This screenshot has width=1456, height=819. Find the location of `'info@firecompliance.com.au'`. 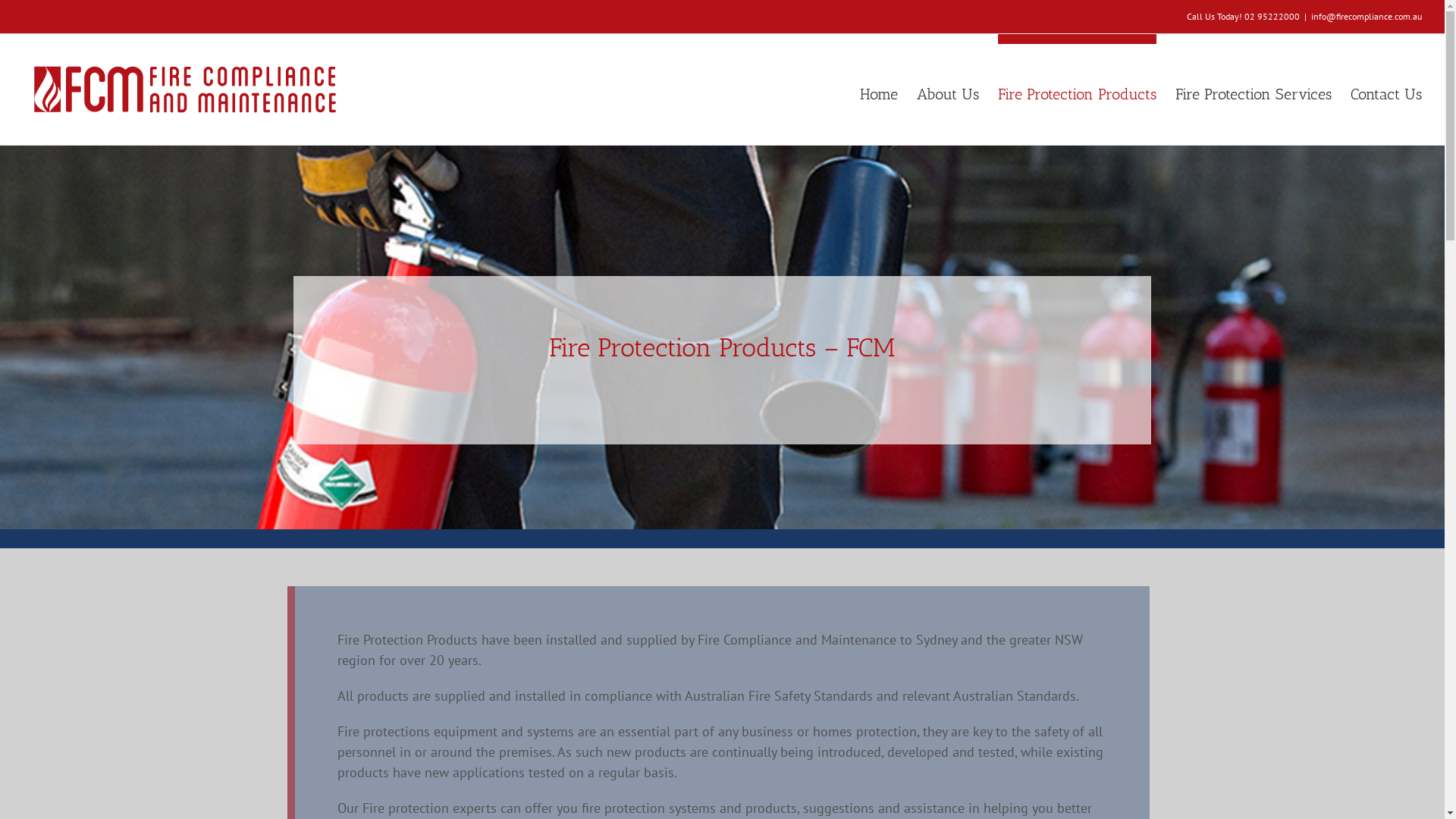

'info@firecompliance.com.au' is located at coordinates (1310, 16).